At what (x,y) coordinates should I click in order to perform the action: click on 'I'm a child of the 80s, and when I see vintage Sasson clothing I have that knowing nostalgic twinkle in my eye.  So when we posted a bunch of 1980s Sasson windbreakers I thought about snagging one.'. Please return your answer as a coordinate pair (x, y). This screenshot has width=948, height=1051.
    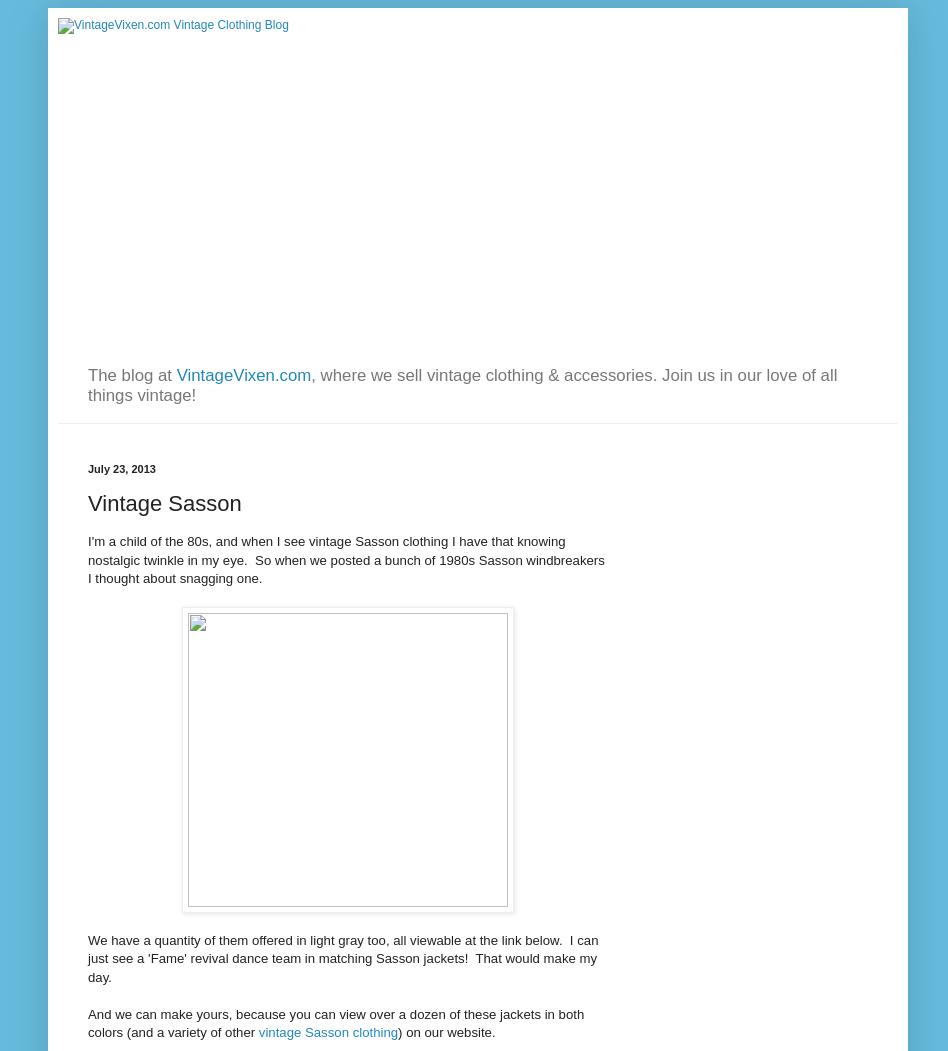
    Looking at the image, I should click on (346, 558).